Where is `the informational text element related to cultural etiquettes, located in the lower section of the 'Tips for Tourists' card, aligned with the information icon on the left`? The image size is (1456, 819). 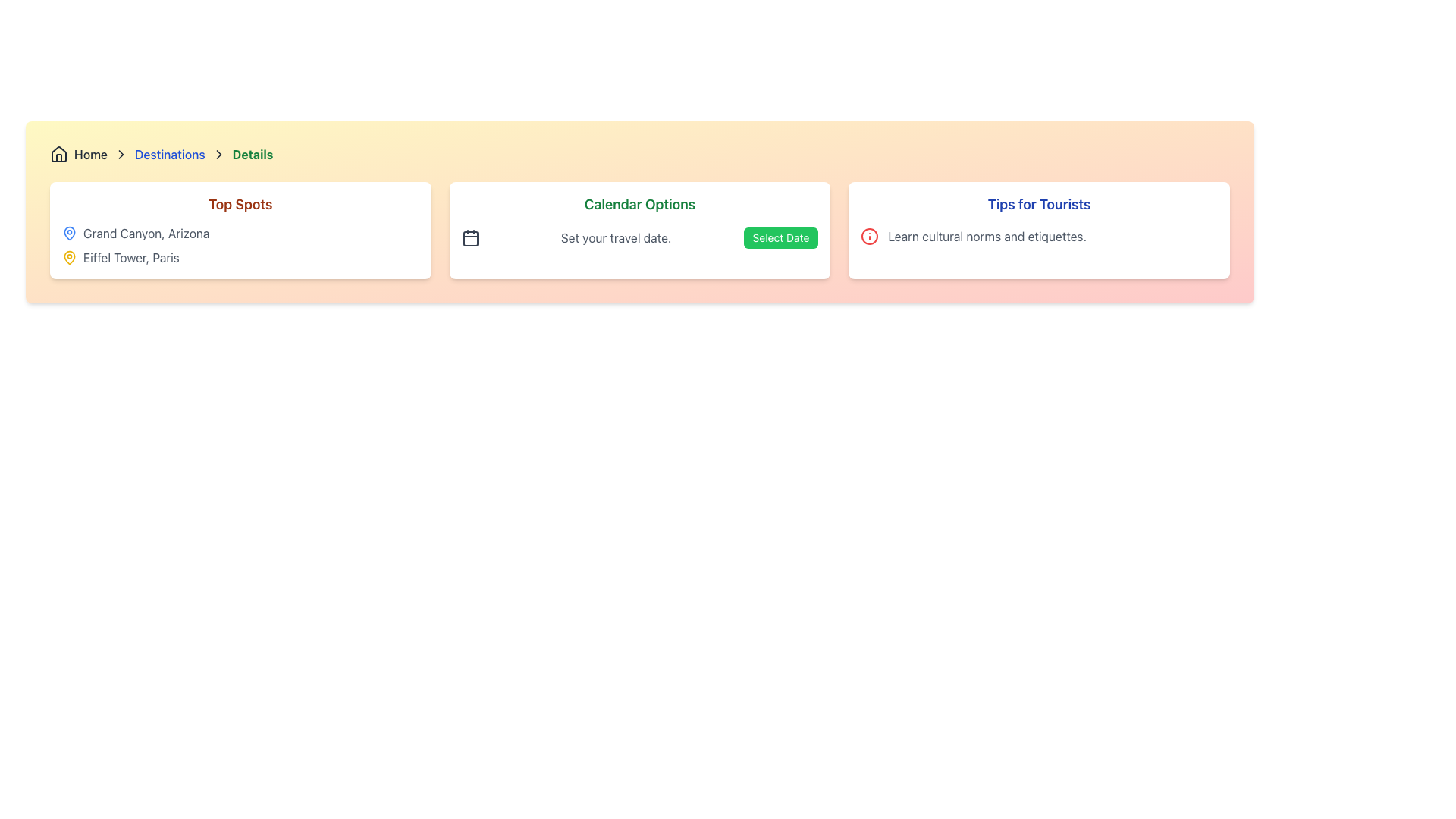 the informational text element related to cultural etiquettes, located in the lower section of the 'Tips for Tourists' card, aligned with the information icon on the left is located at coordinates (1038, 237).